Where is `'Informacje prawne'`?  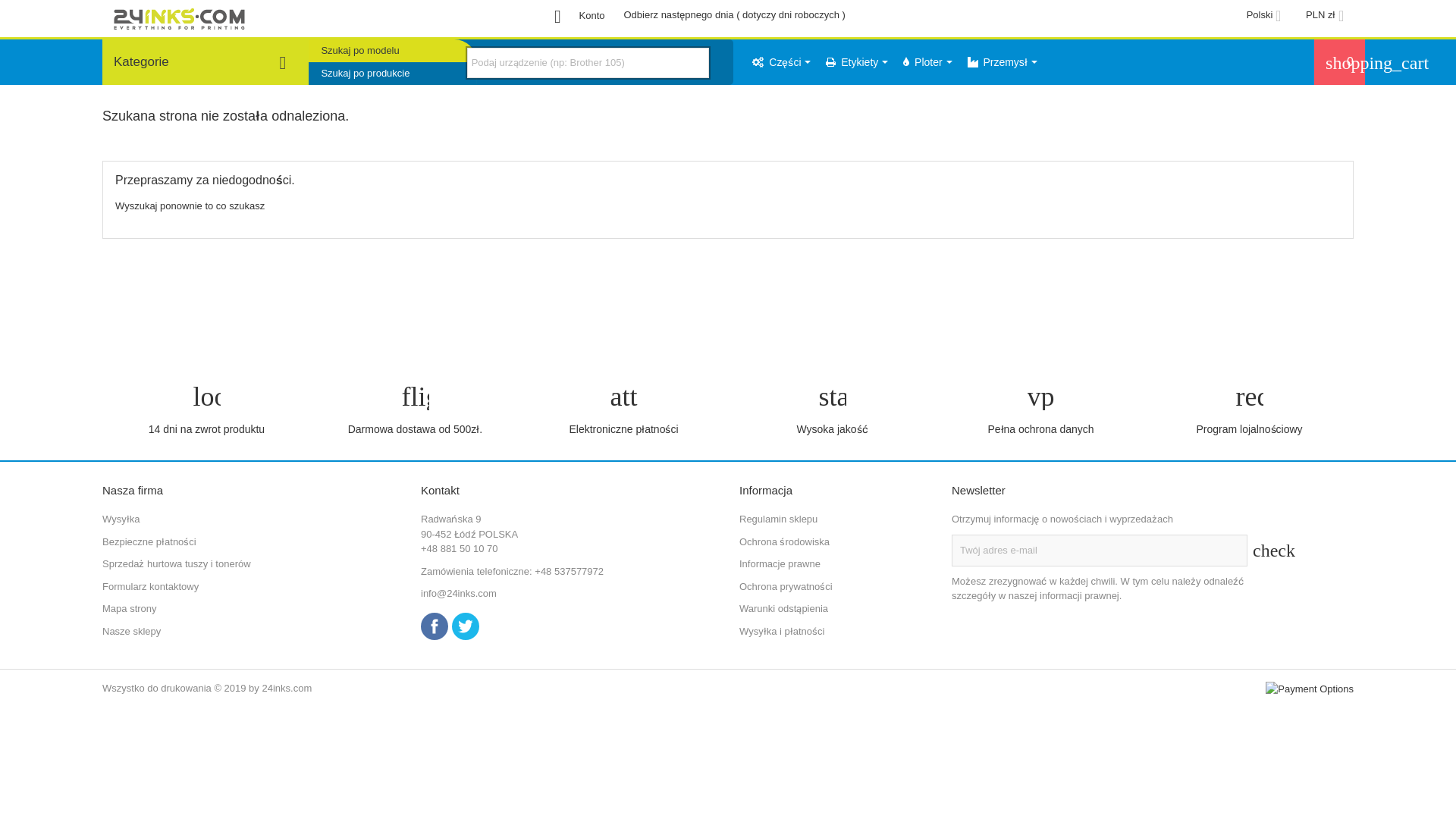
'Informacje prawne' is located at coordinates (780, 563).